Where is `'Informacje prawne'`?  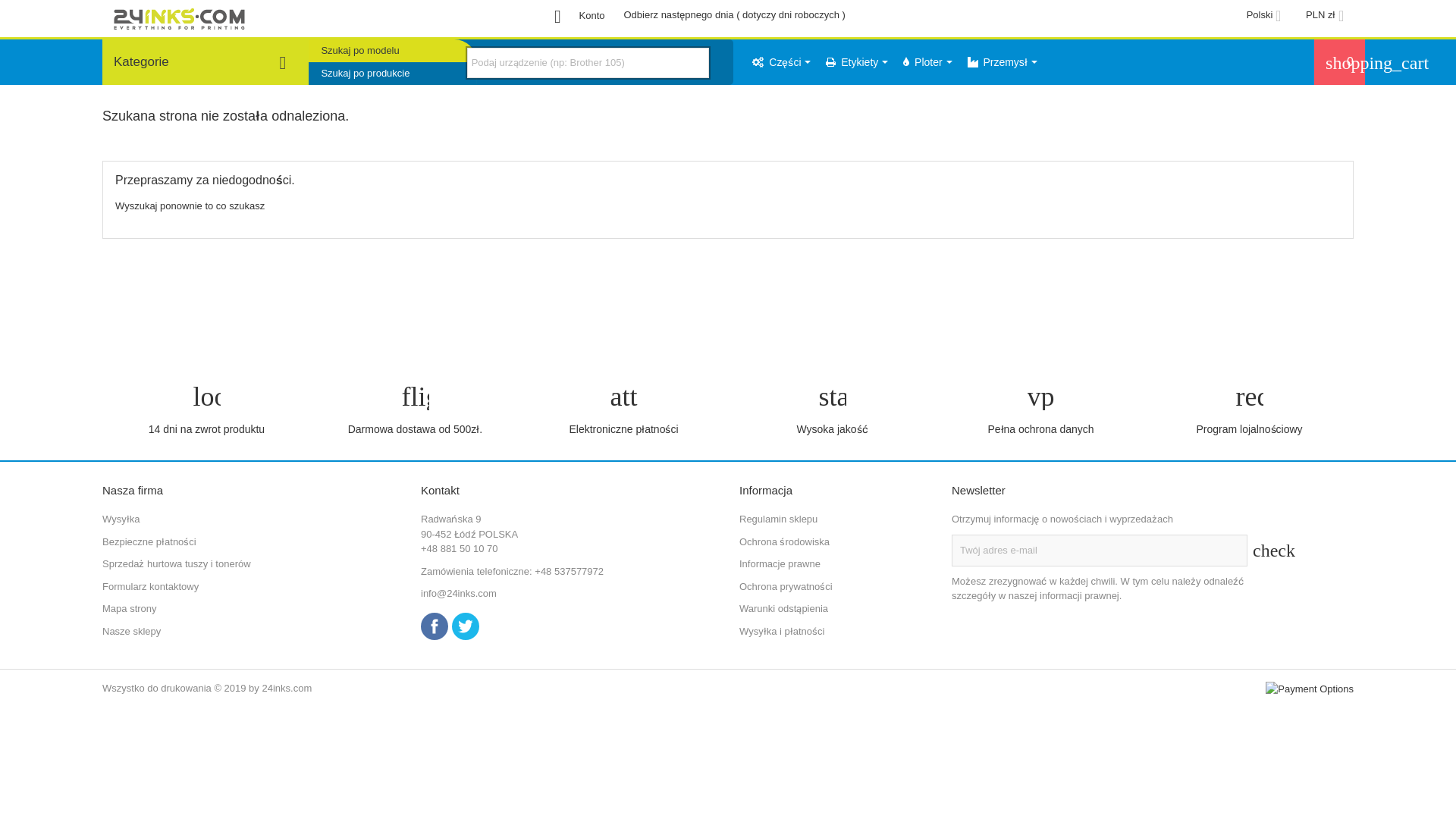
'Informacje prawne' is located at coordinates (780, 563).